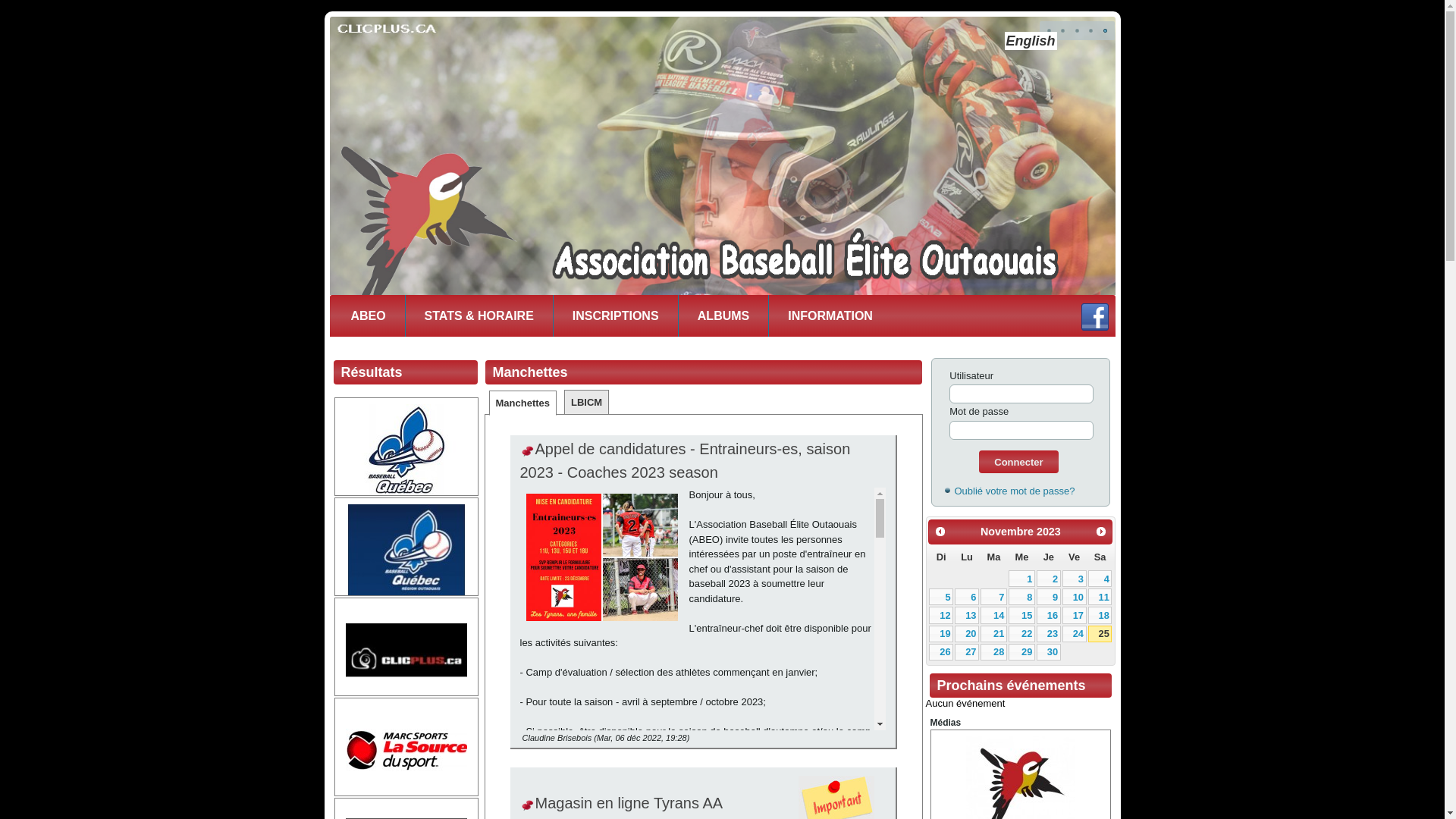 This screenshot has width=1456, height=819. Describe the element at coordinates (406, 648) in the screenshot. I see `'ClicPlus'` at that location.